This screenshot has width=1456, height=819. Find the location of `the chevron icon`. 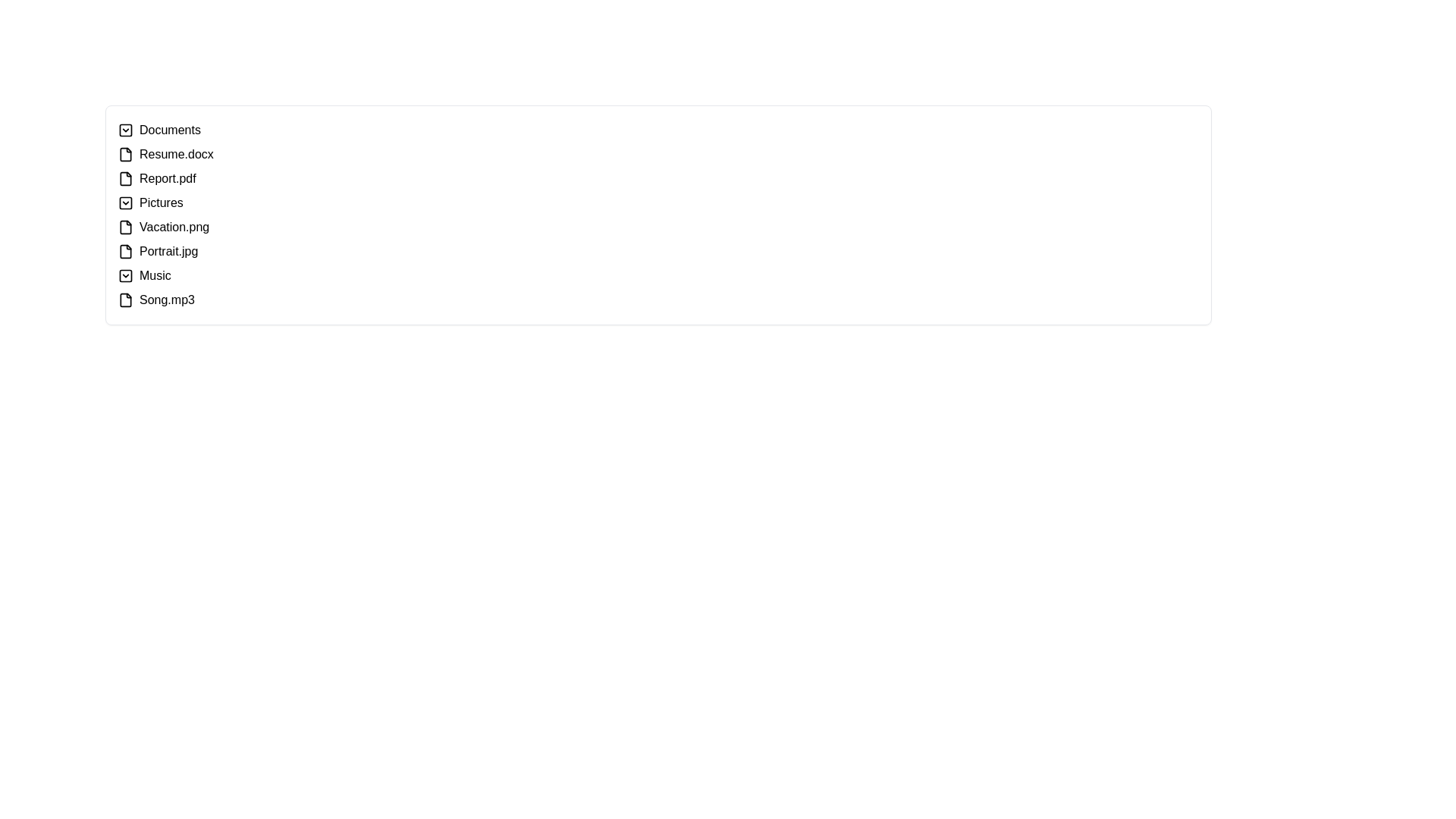

the chevron icon is located at coordinates (126, 275).